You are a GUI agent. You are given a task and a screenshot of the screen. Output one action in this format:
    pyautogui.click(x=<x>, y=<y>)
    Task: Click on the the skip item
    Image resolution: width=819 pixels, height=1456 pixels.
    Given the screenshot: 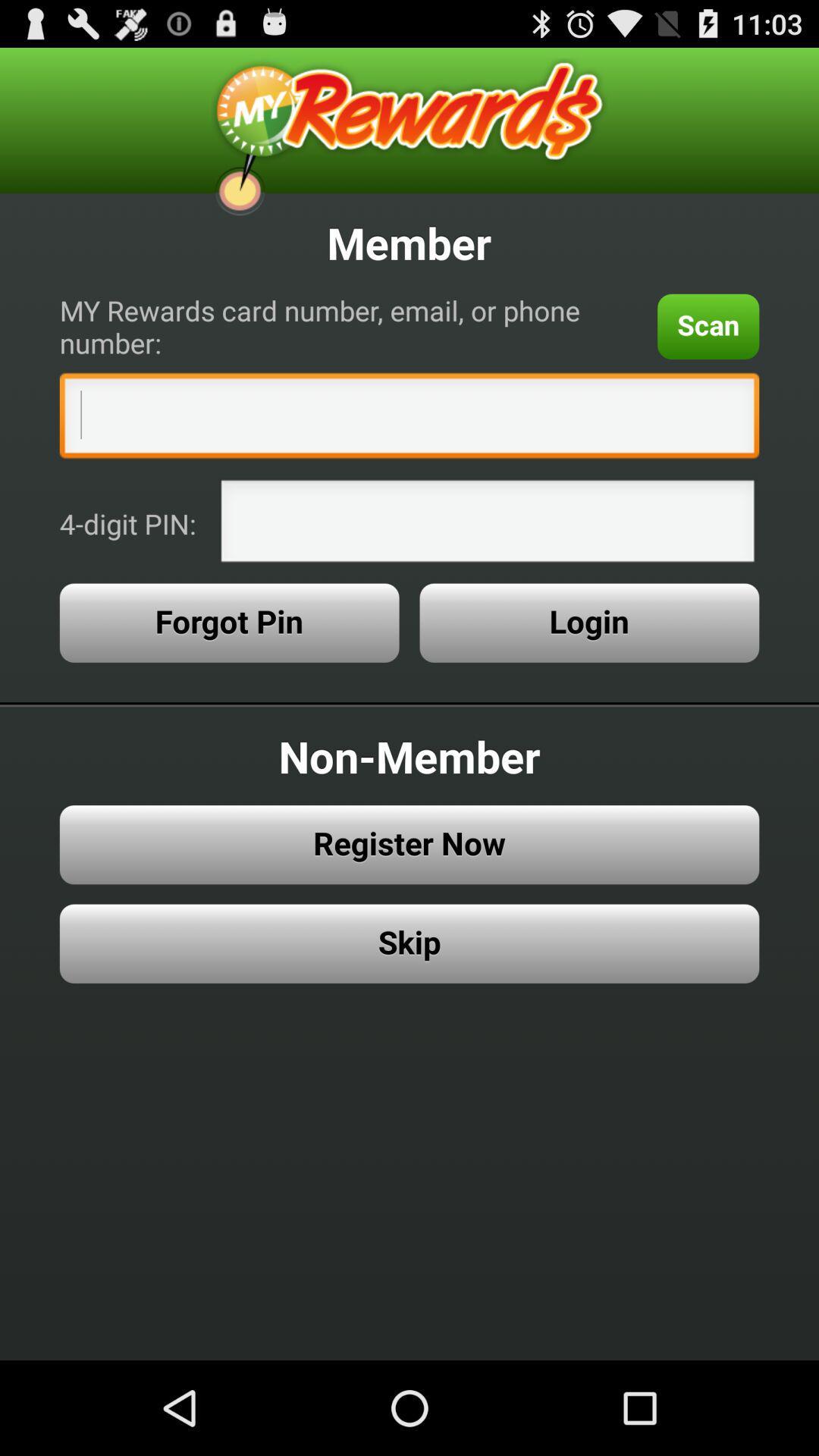 What is the action you would take?
    pyautogui.click(x=409, y=943)
    